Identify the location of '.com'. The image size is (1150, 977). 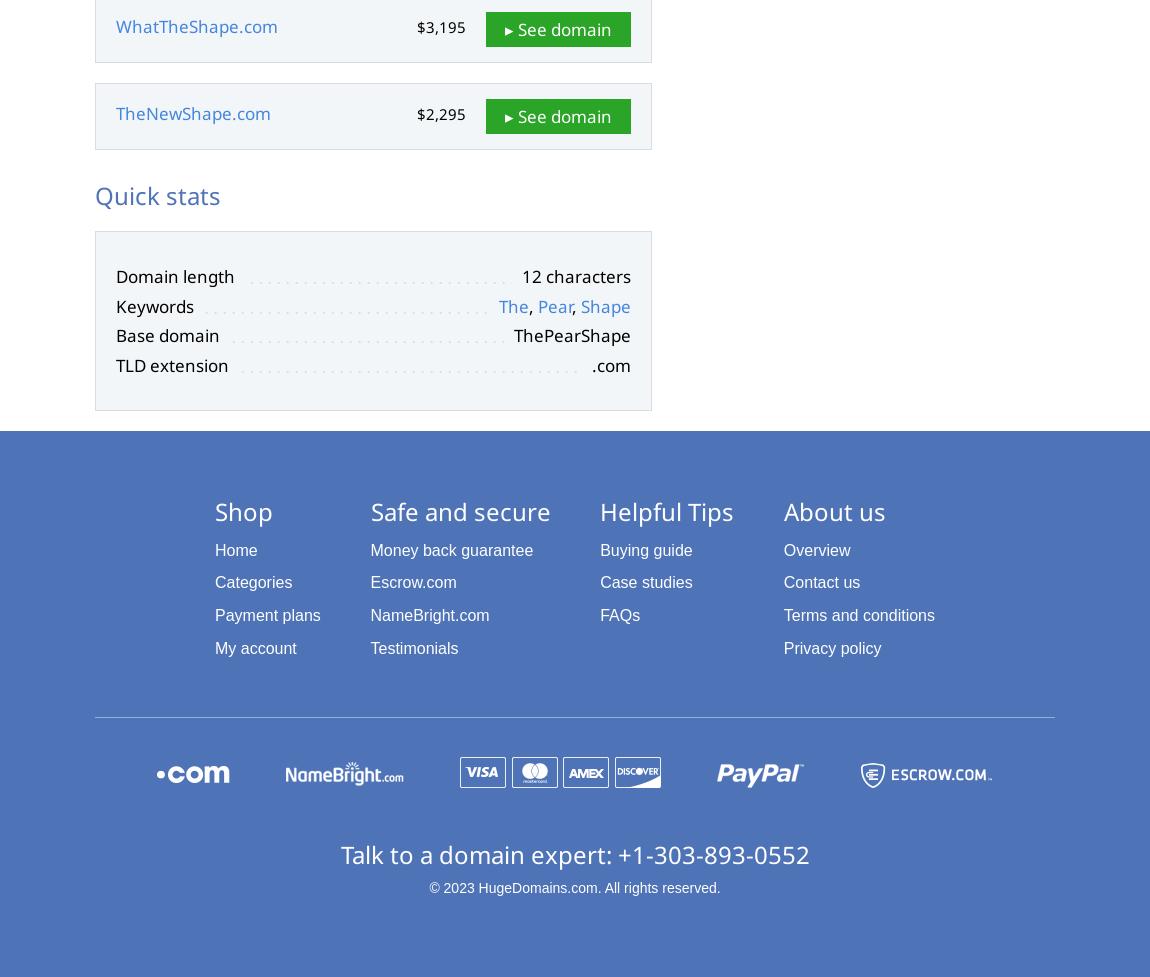
(610, 365).